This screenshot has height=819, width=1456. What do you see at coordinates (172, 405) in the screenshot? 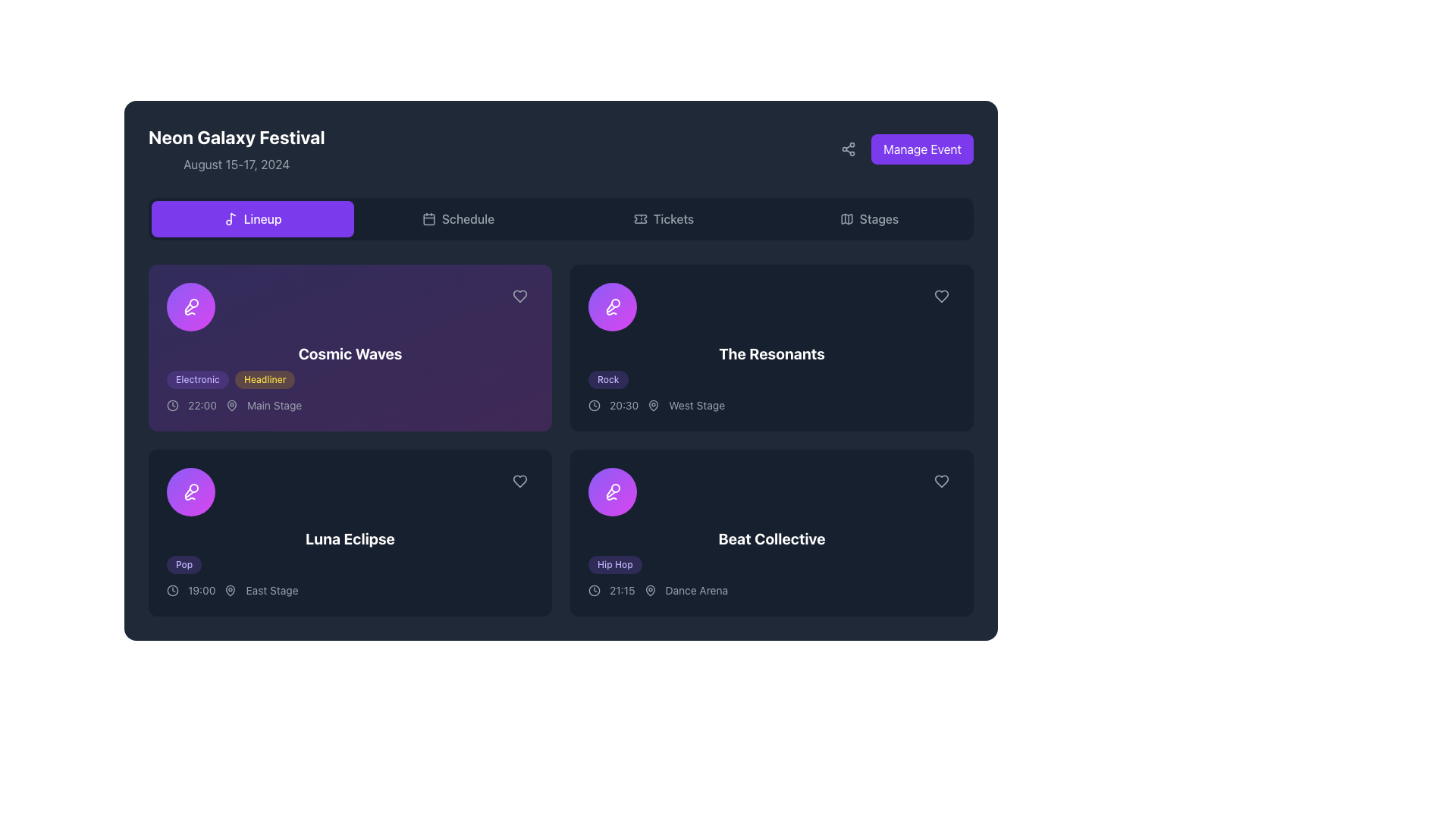
I see `the time icon located to the left of the time text '22:00', which visually represents the concept of time` at bounding box center [172, 405].